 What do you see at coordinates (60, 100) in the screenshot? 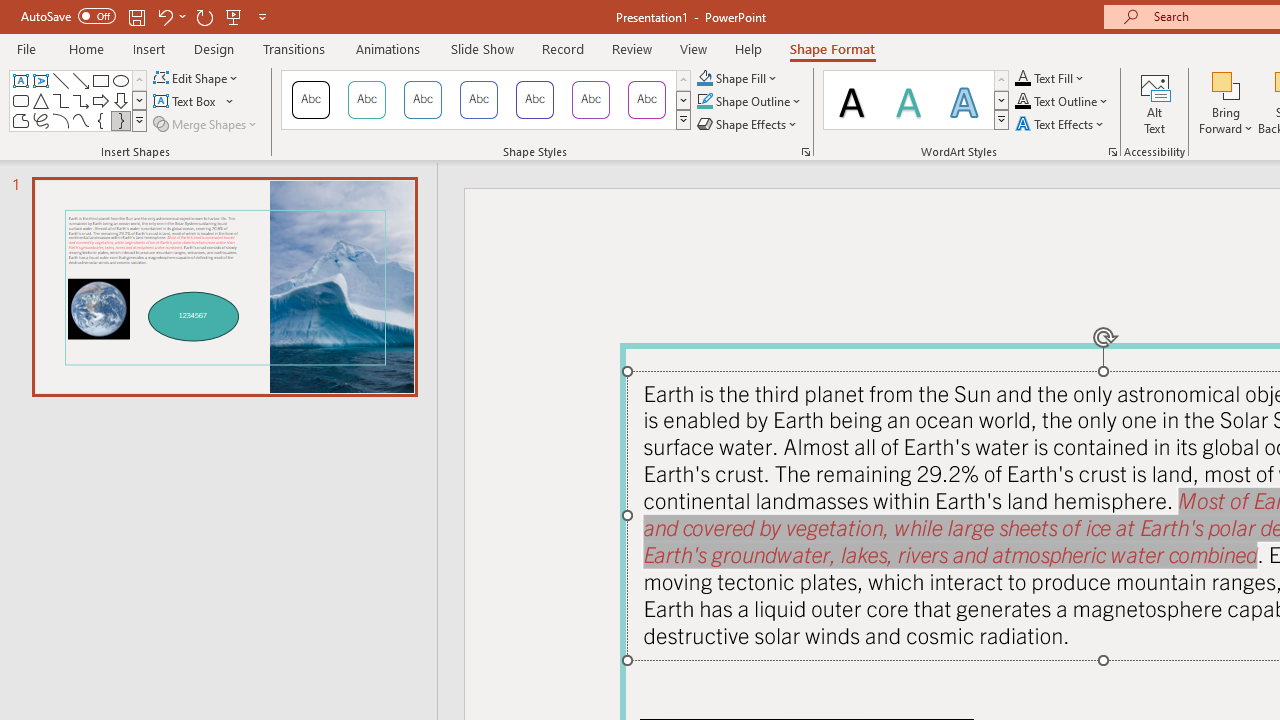
I see `'Connector: Elbow'` at bounding box center [60, 100].